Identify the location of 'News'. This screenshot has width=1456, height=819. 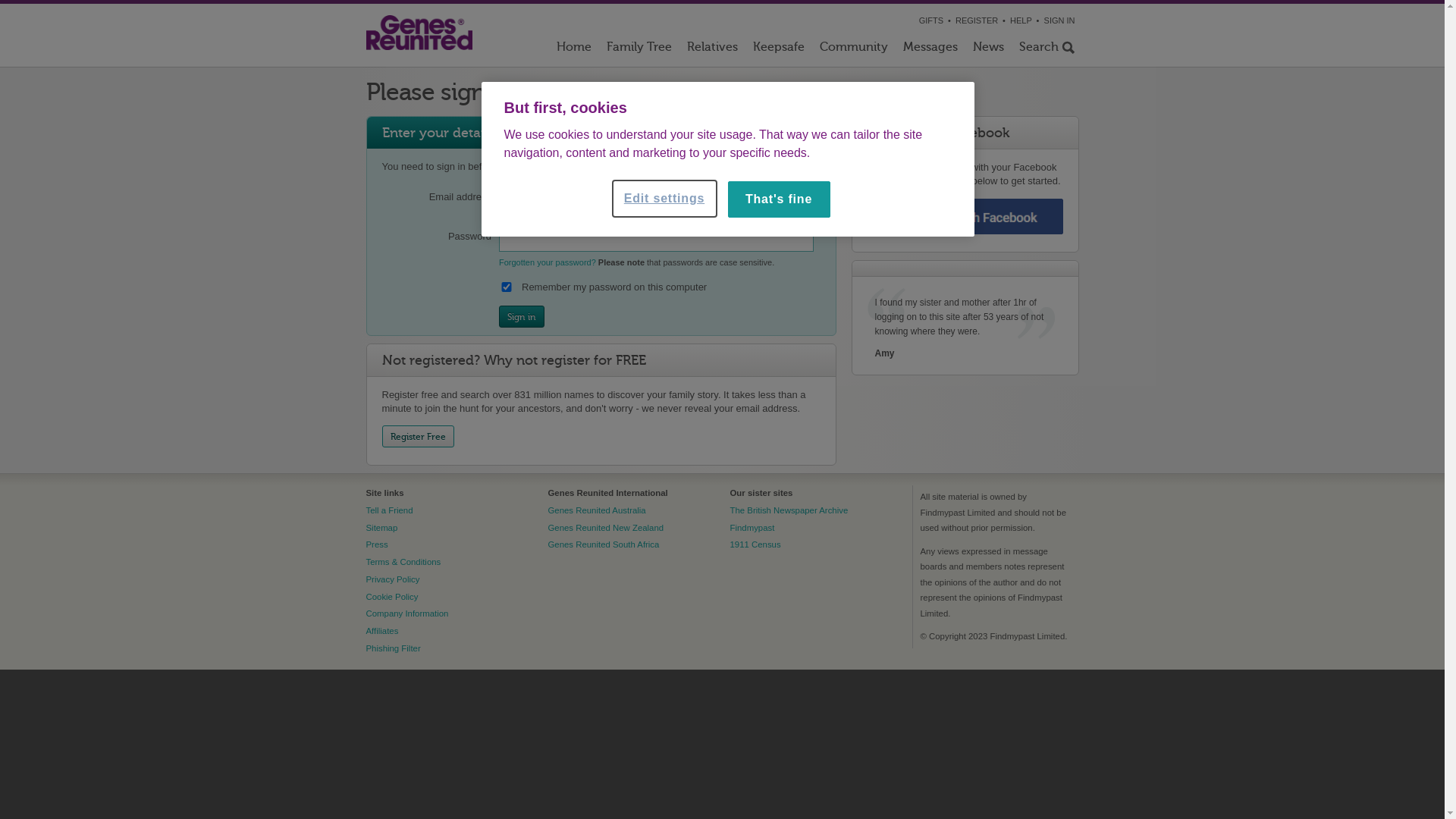
(964, 49).